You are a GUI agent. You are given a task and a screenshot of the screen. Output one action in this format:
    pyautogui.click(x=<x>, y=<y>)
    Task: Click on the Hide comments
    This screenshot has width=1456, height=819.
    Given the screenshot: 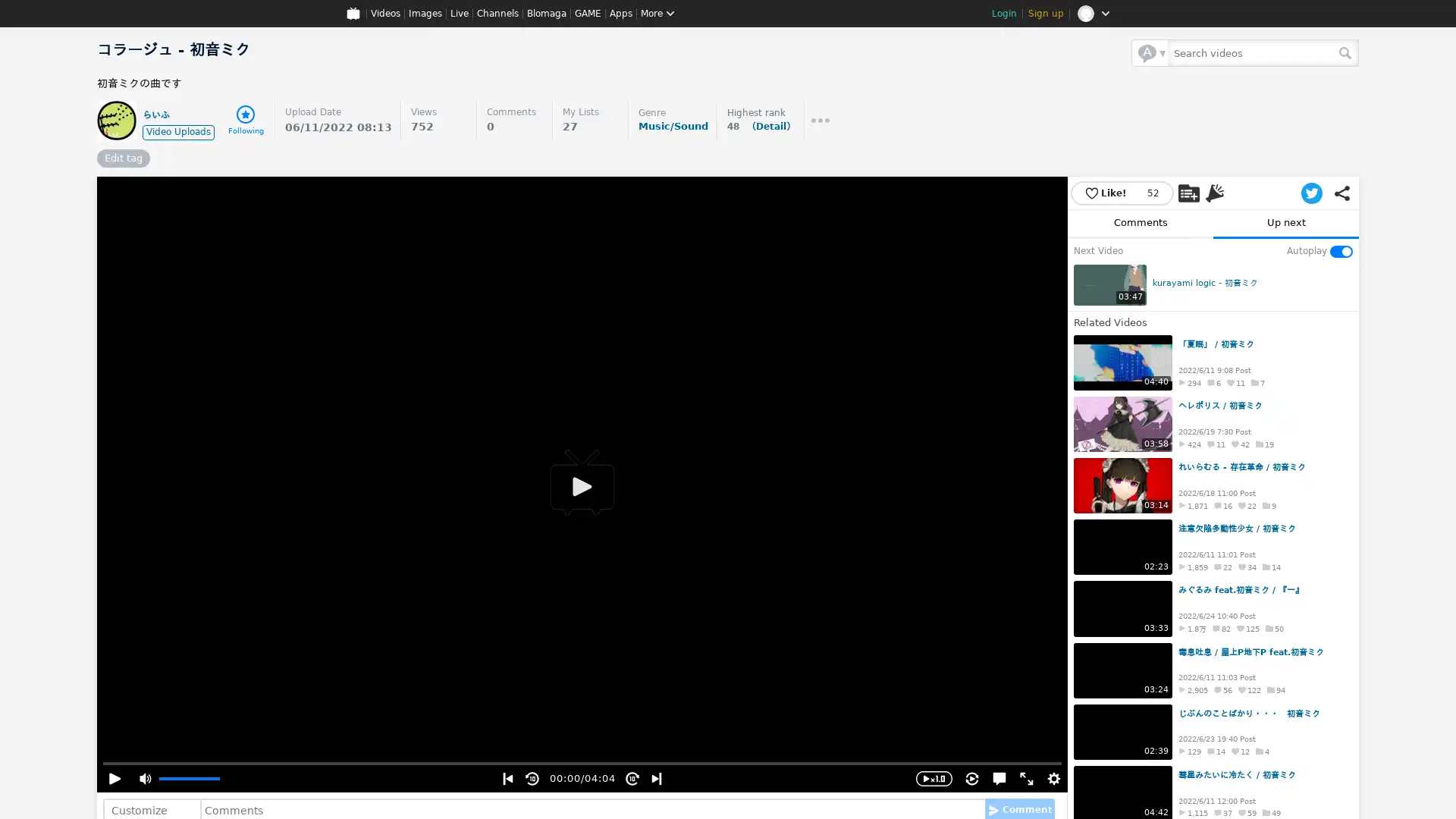 What is the action you would take?
    pyautogui.click(x=999, y=778)
    